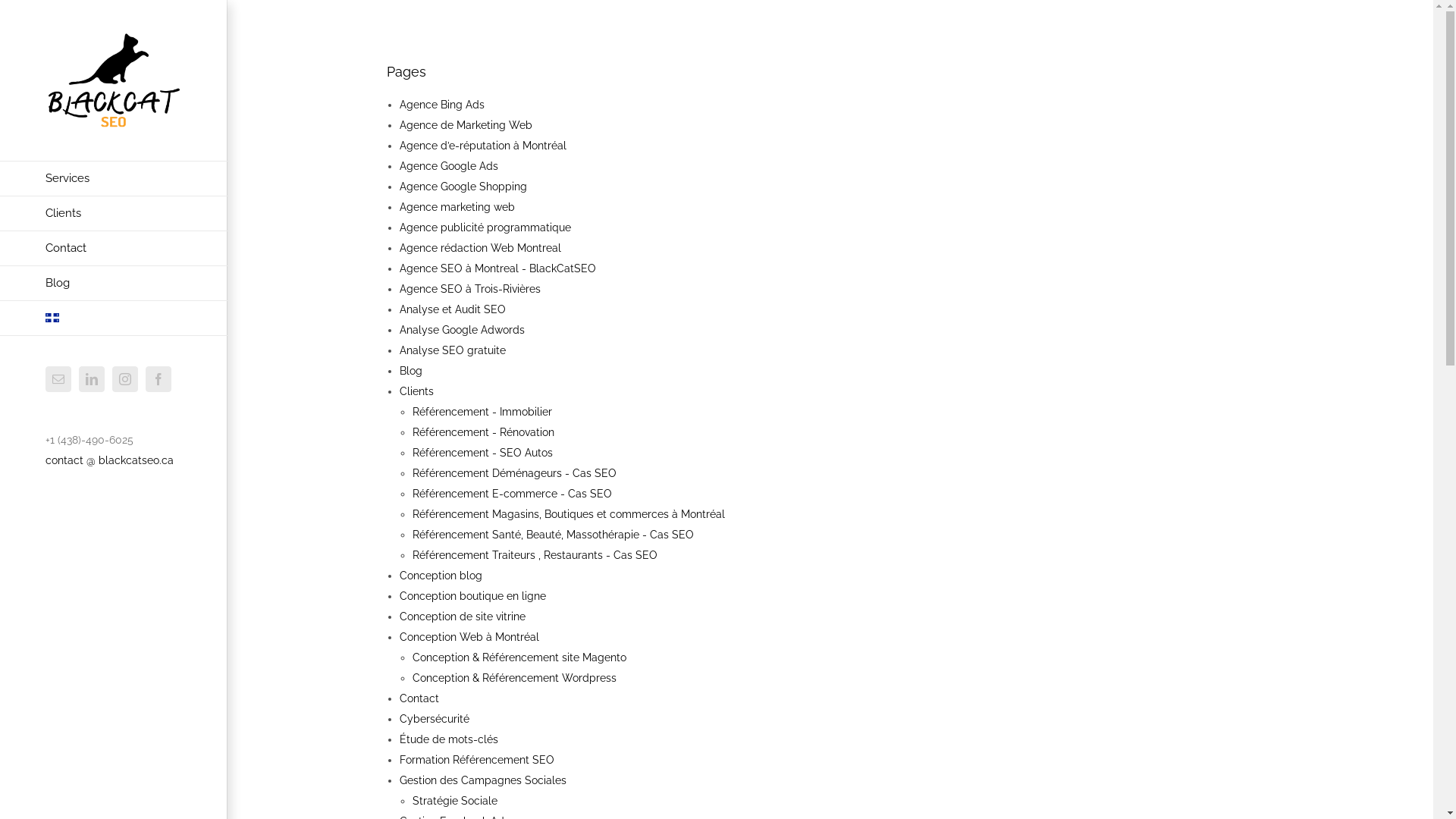  What do you see at coordinates (447, 166) in the screenshot?
I see `'Agence Google Ads'` at bounding box center [447, 166].